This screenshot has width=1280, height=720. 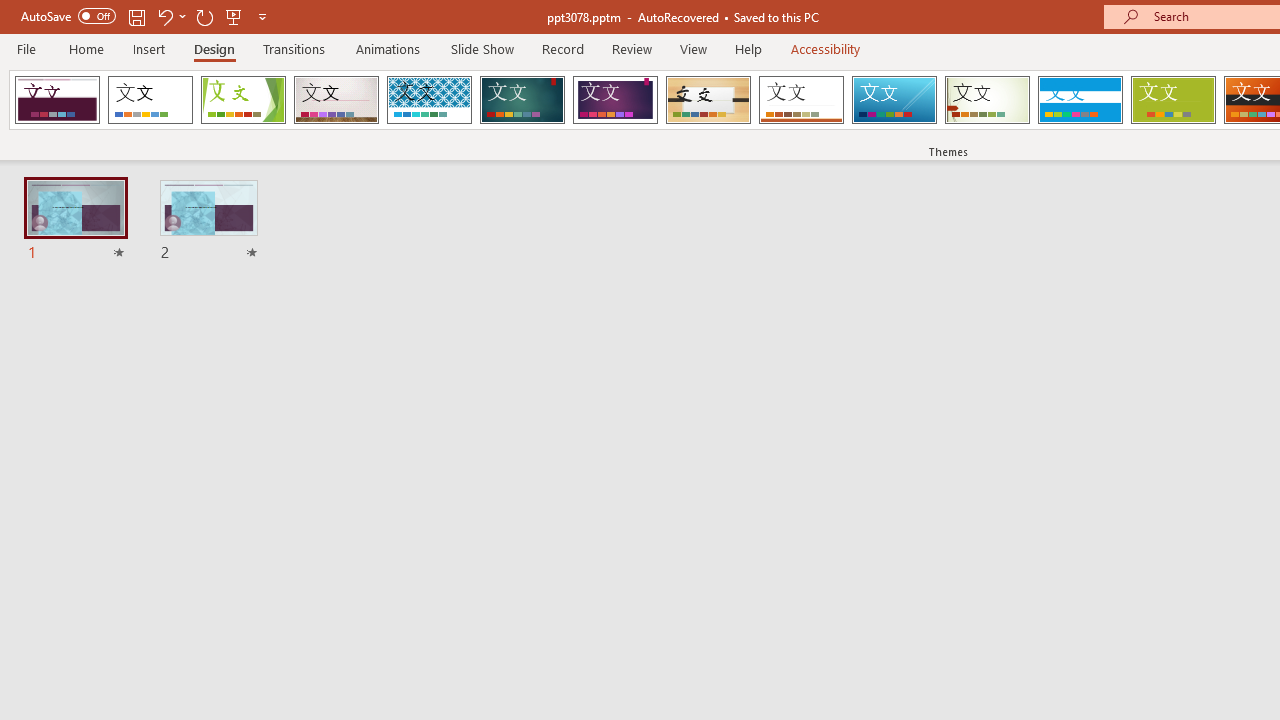 I want to click on 'Wisp', so click(x=987, y=100).